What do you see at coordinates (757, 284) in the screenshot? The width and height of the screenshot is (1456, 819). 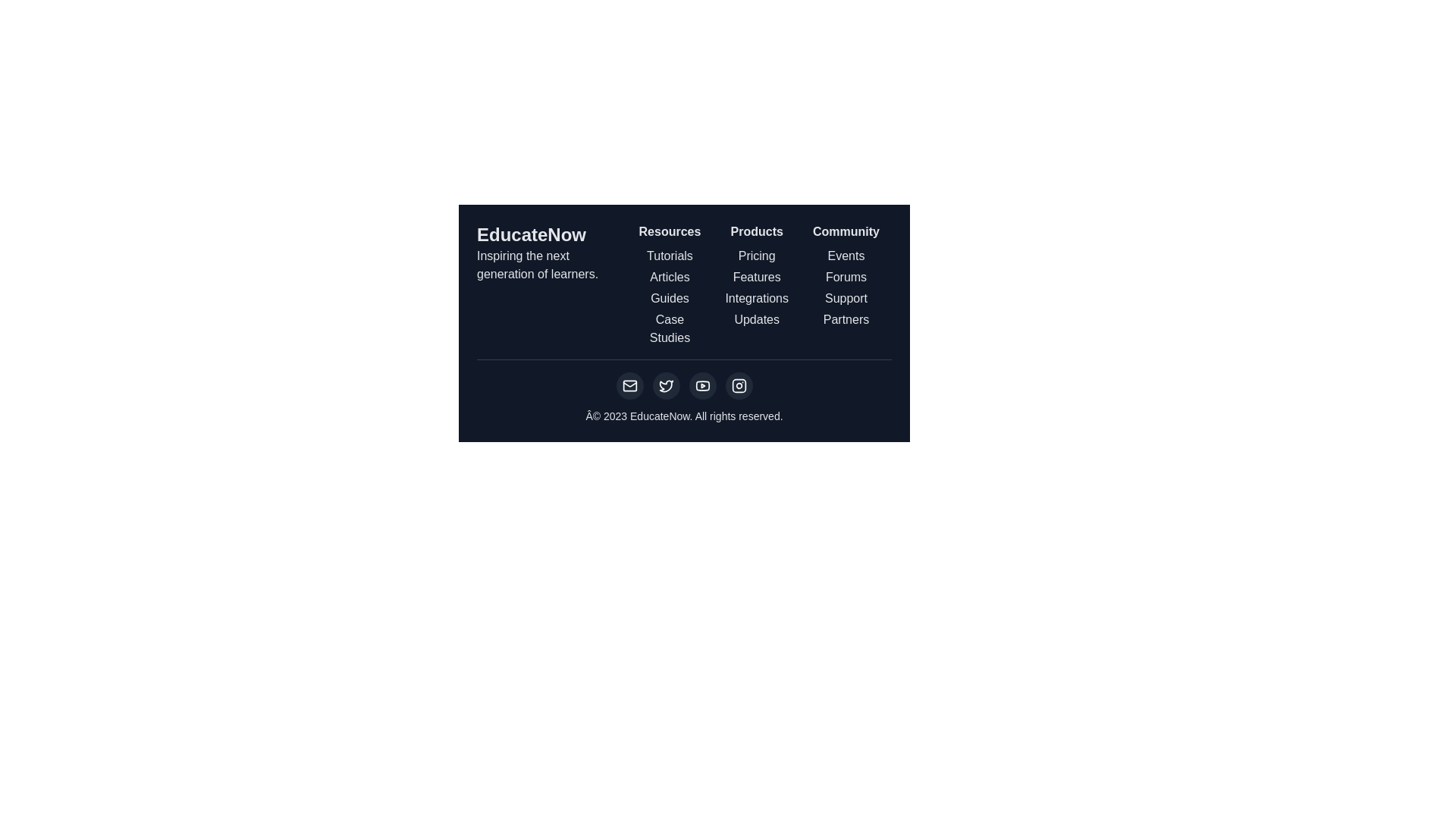 I see `the Navigation Menu` at bounding box center [757, 284].